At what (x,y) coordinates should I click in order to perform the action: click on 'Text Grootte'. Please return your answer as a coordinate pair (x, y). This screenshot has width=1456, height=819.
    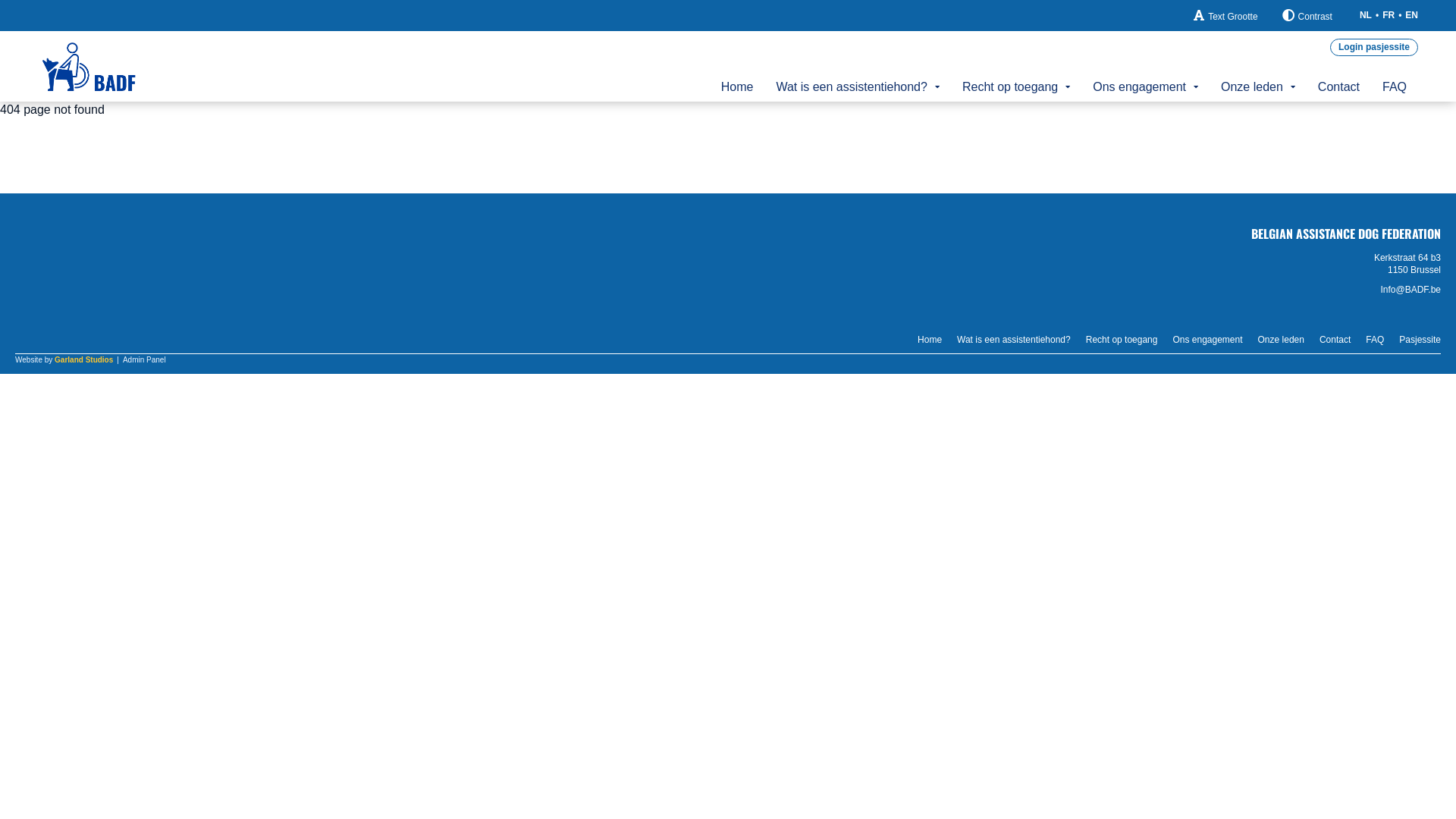
    Looking at the image, I should click on (1225, 15).